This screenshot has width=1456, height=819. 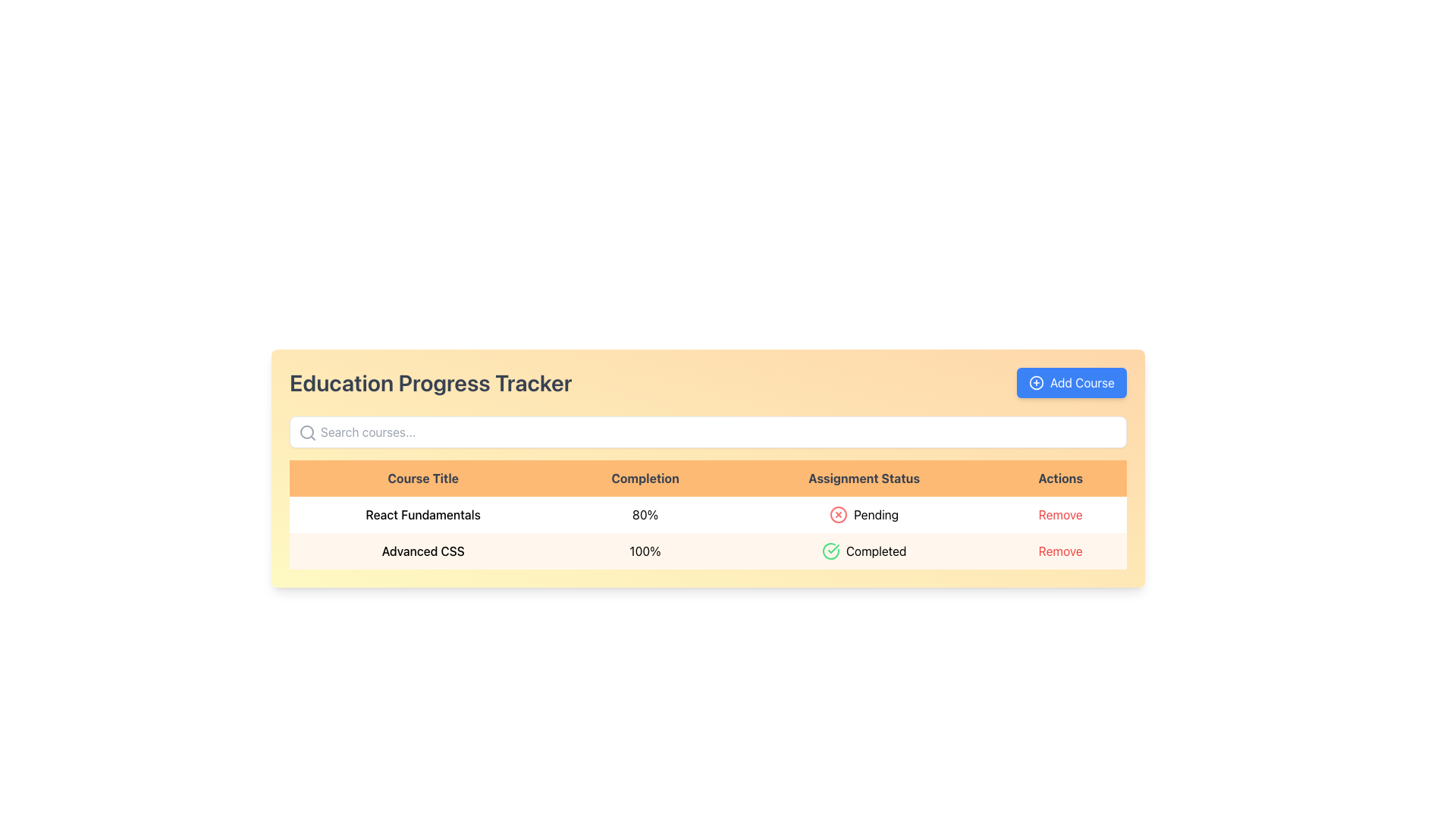 What do you see at coordinates (830, 551) in the screenshot?
I see `the green circular icon with a checkmark located next to the 'Completed' text under the 'Assignment Status' column for 'Advanced CSS'` at bounding box center [830, 551].